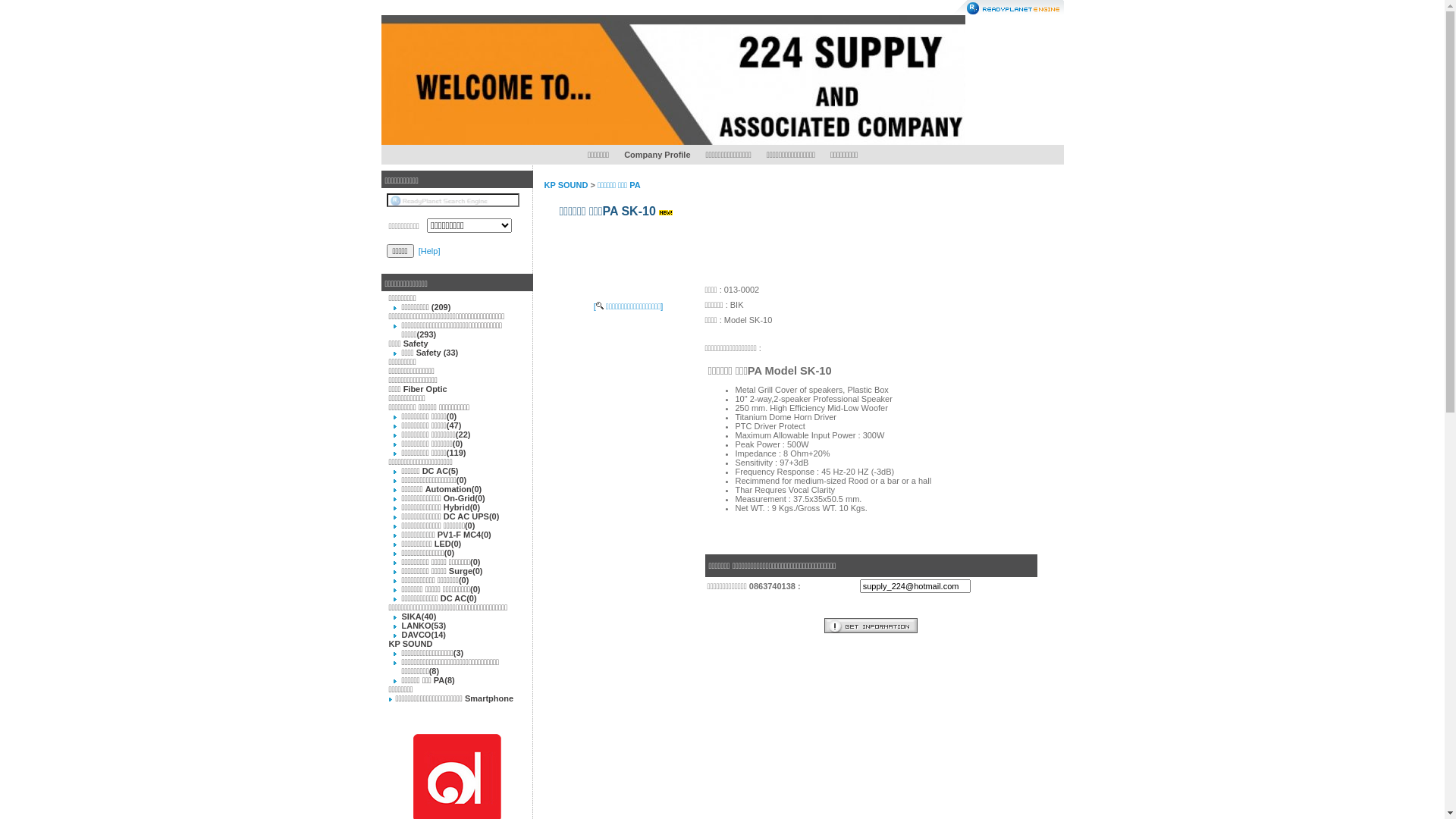 This screenshot has width=1456, height=819. I want to click on 'LANKO(53)', so click(424, 626).